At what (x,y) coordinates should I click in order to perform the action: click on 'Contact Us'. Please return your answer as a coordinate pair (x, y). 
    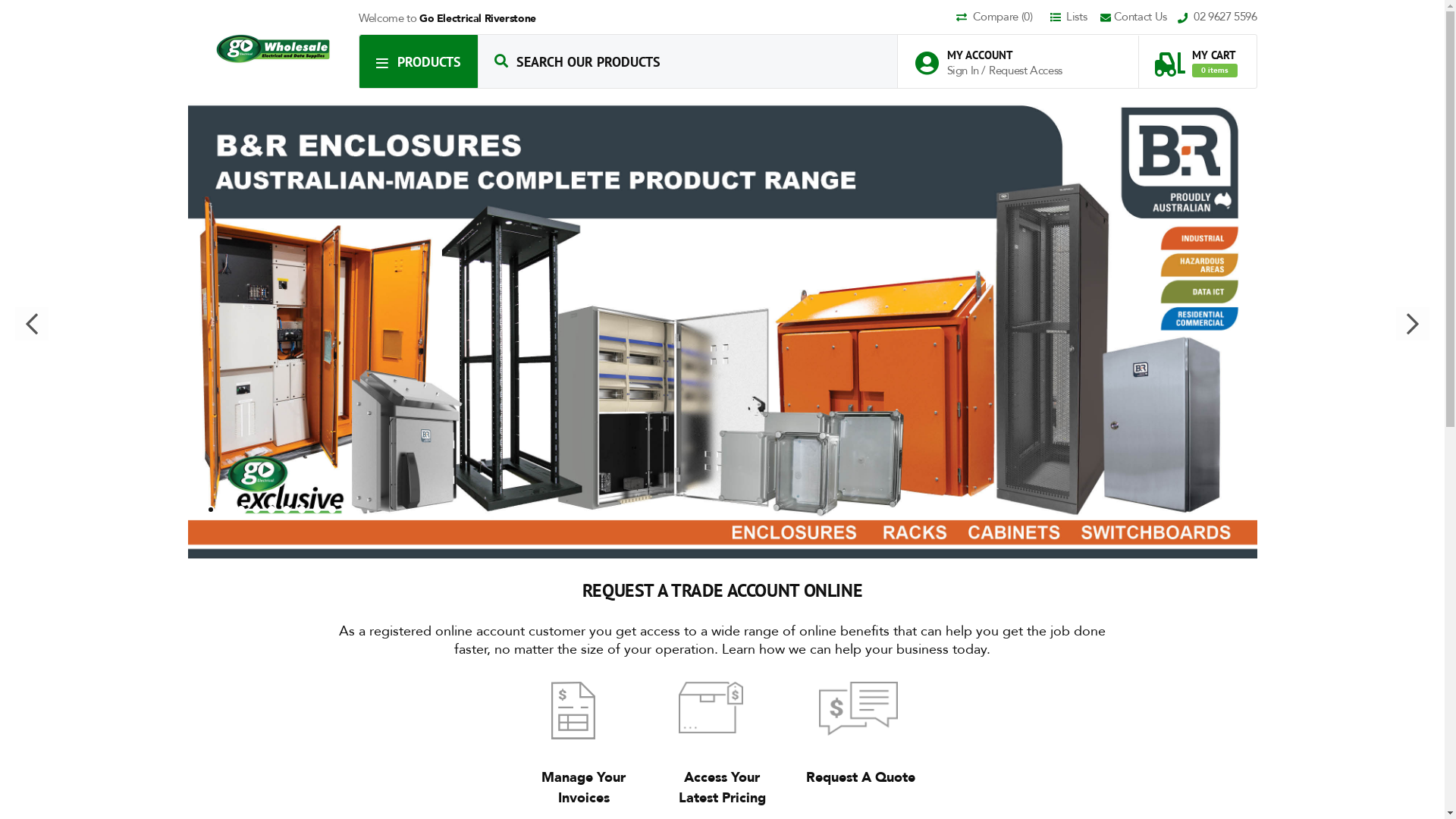
    Looking at the image, I should click on (1100, 17).